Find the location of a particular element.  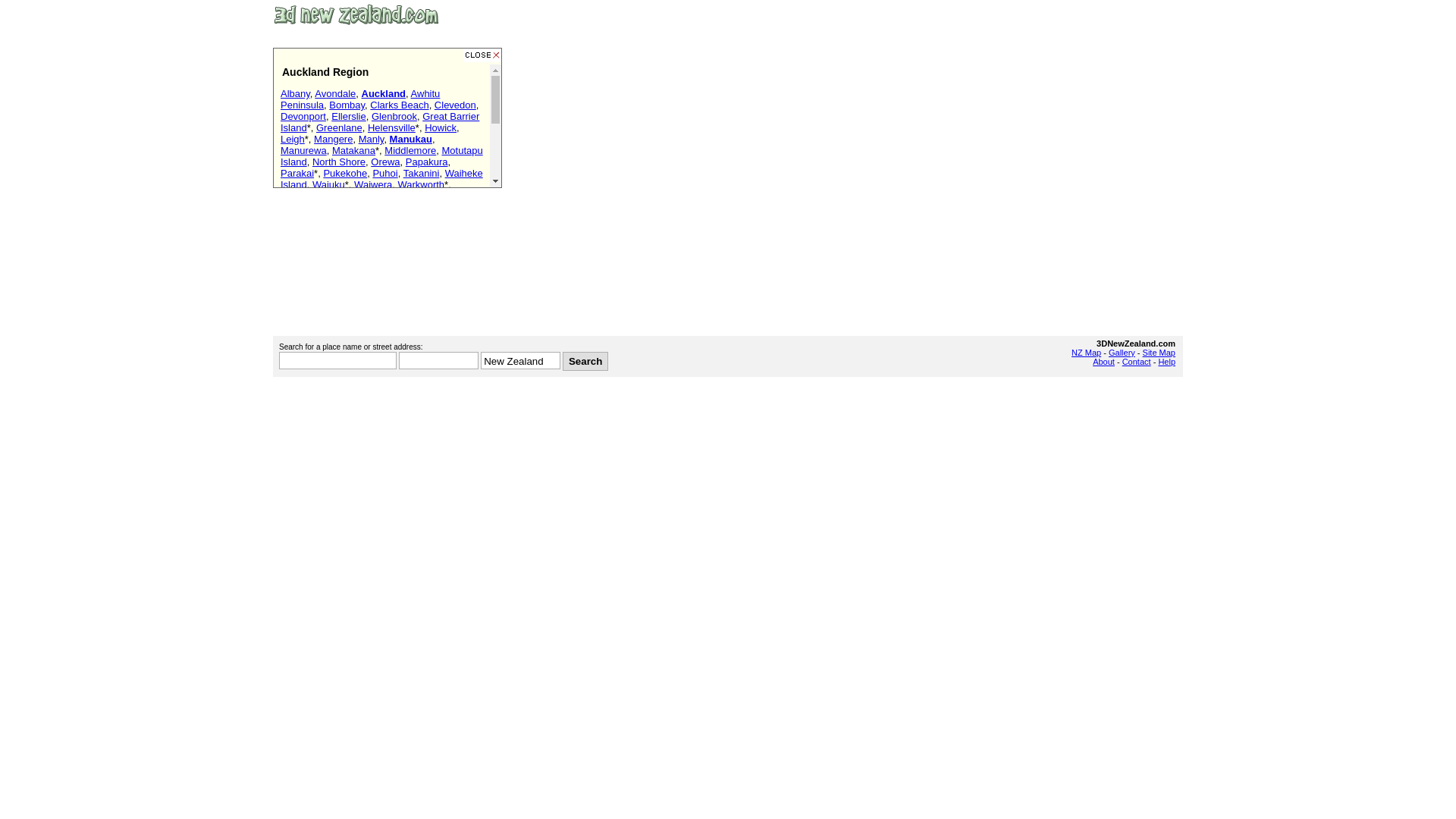

'Manly' is located at coordinates (371, 139).